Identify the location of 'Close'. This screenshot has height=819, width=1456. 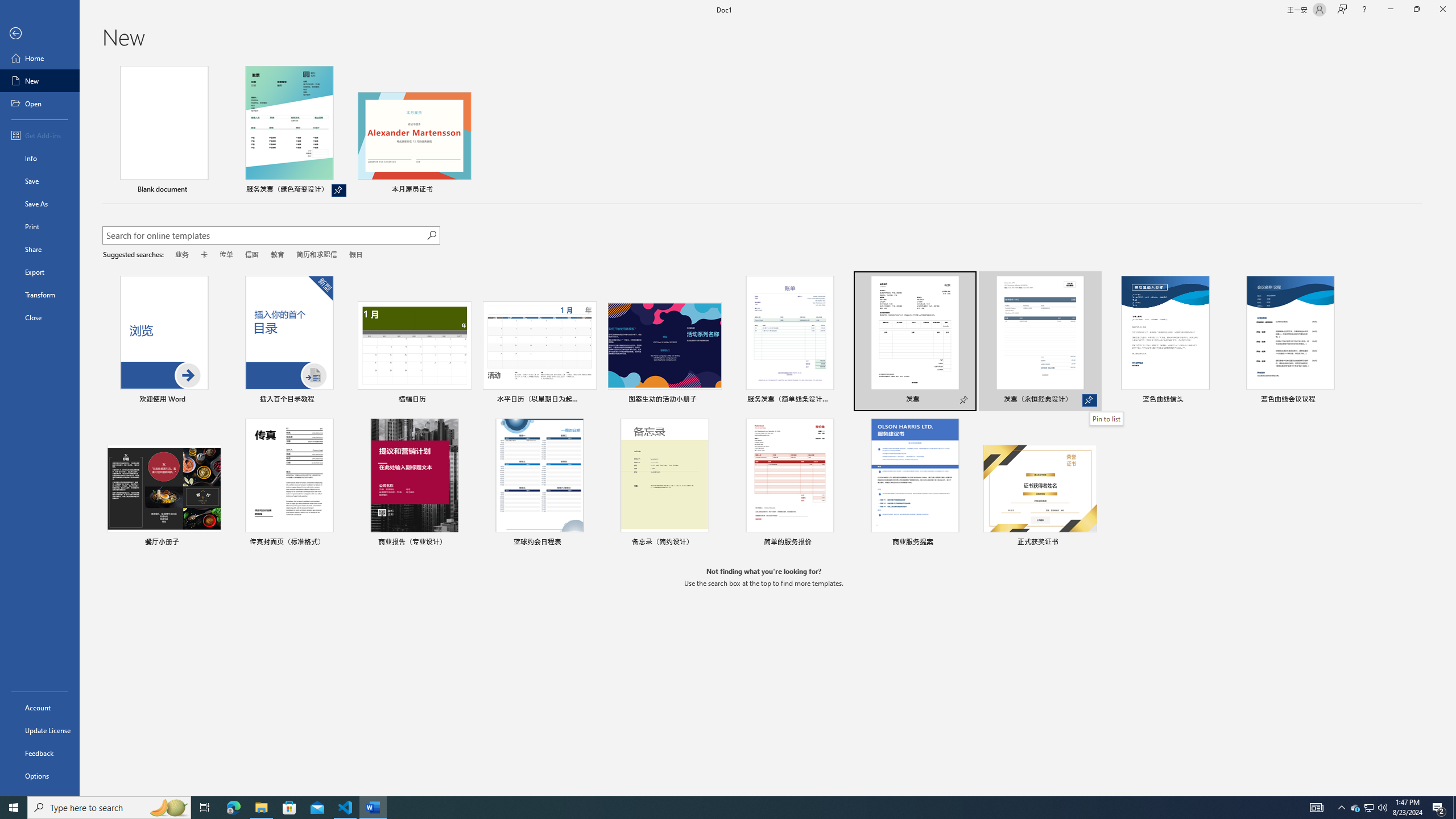
(39, 317).